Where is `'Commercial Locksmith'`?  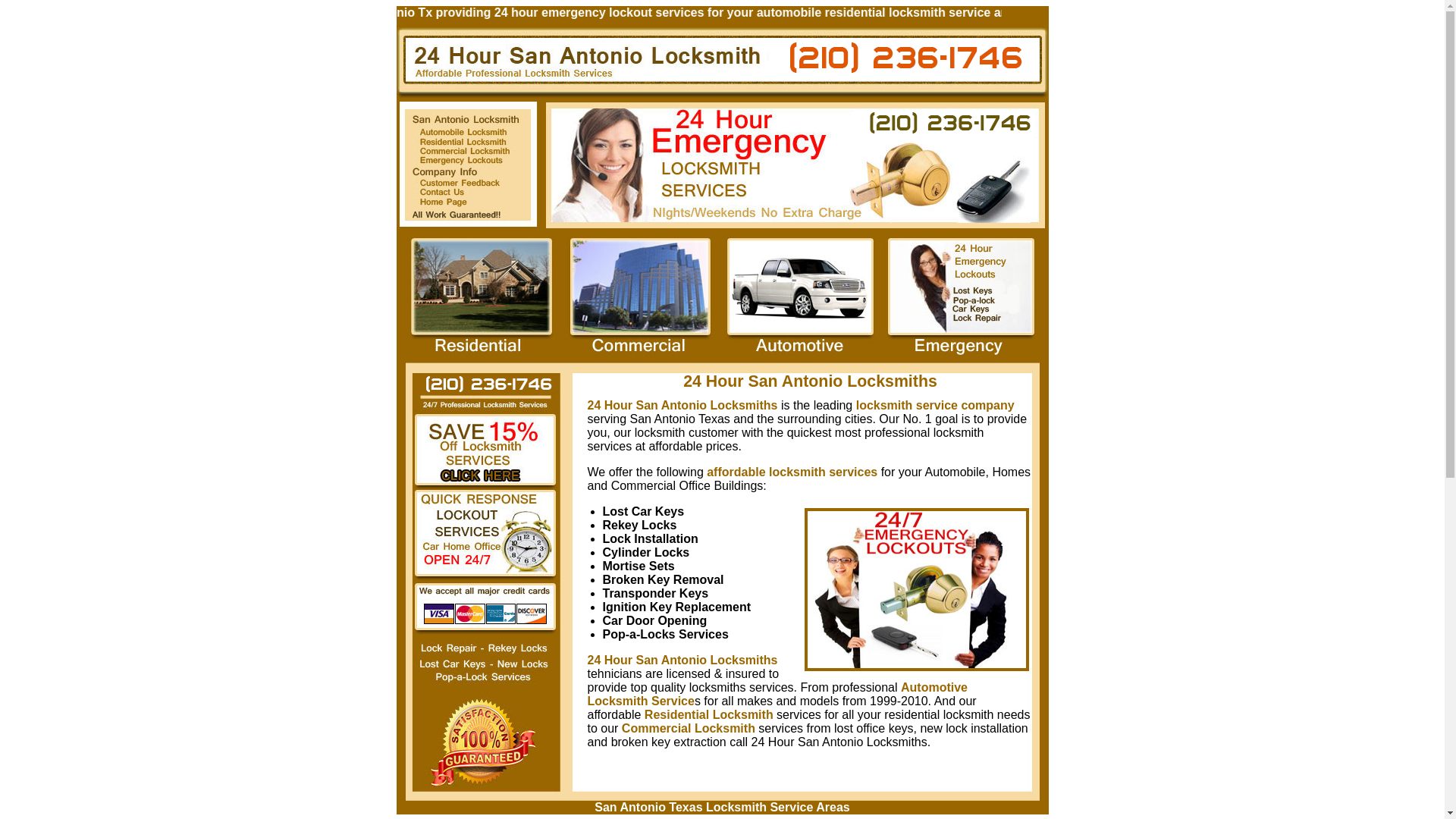 'Commercial Locksmith' is located at coordinates (622, 727).